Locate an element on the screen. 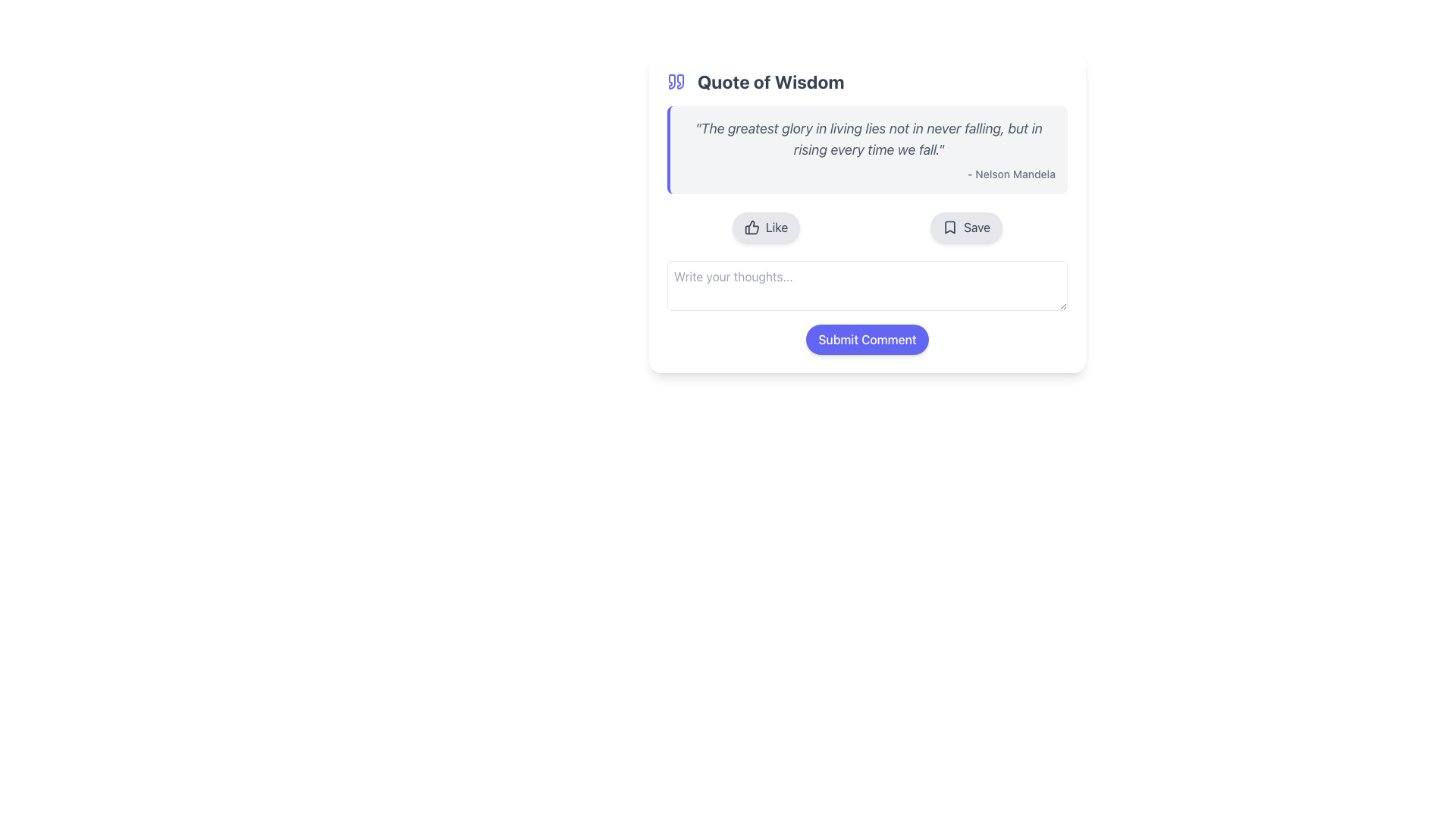  the modern blue quotation mark icon located to the left of the 'Quote of Wisdom' heading is located at coordinates (676, 82).